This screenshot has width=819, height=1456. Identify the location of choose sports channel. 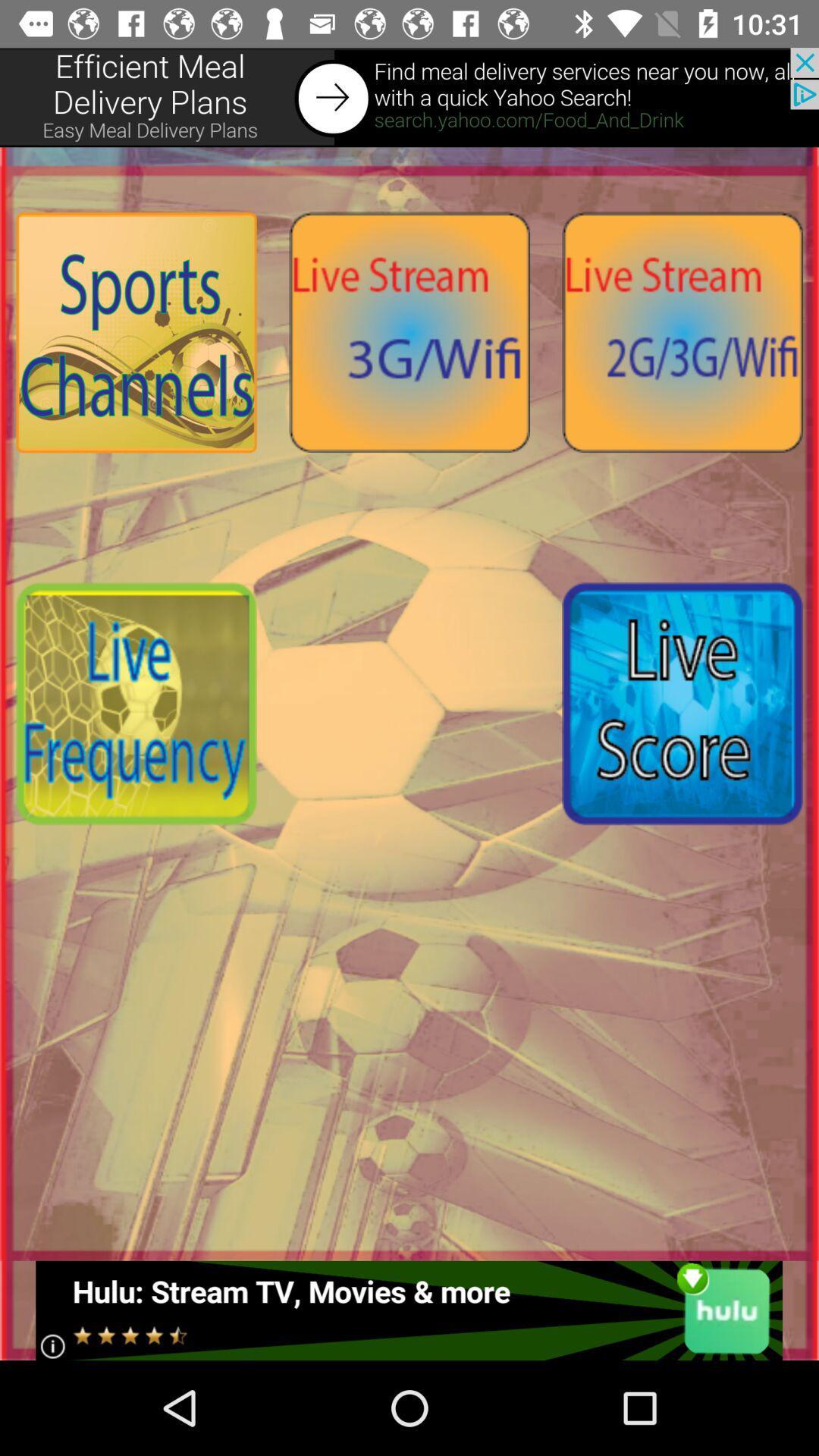
(136, 331).